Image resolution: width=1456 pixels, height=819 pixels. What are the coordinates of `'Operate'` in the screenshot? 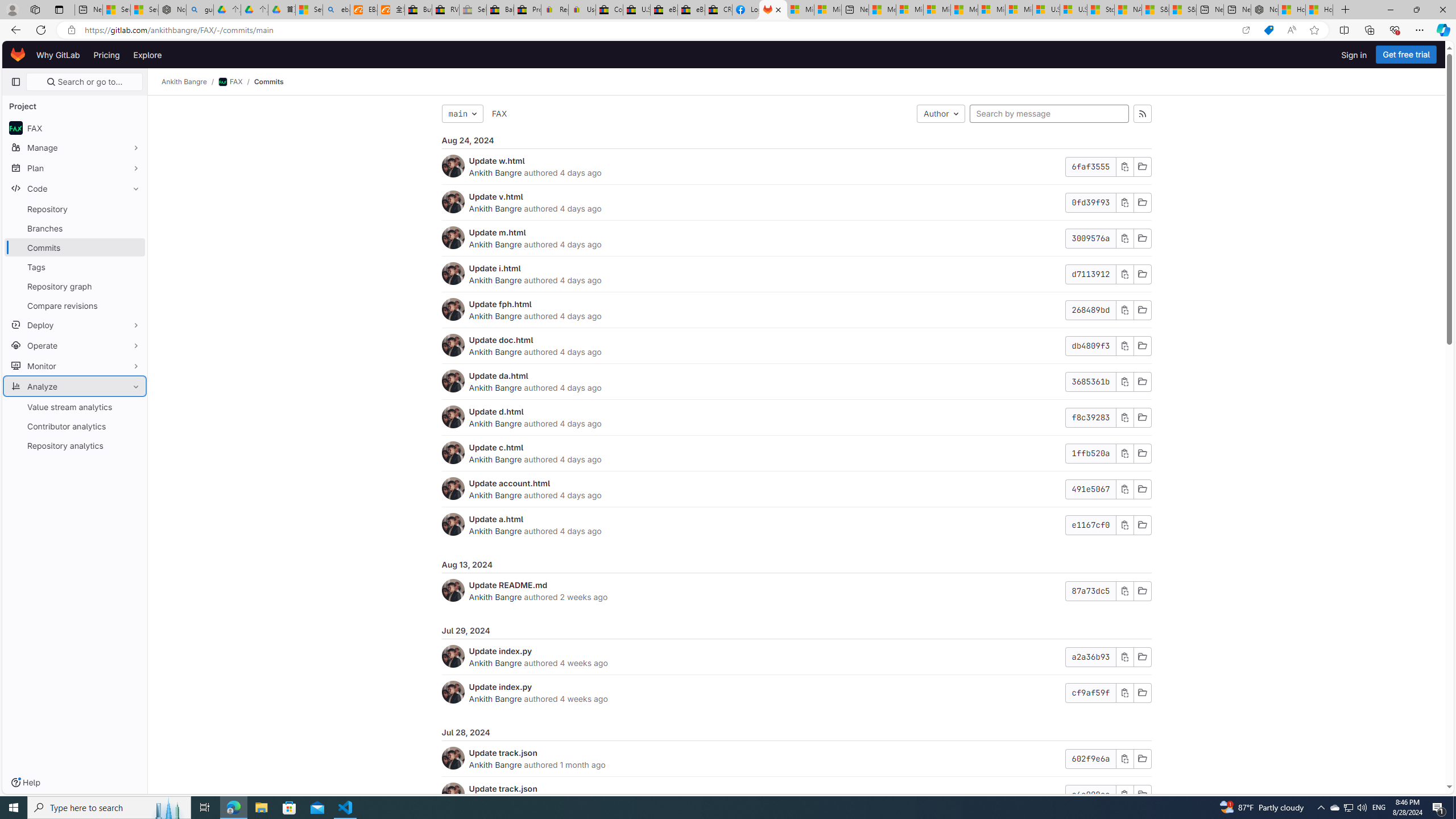 It's located at (74, 344).